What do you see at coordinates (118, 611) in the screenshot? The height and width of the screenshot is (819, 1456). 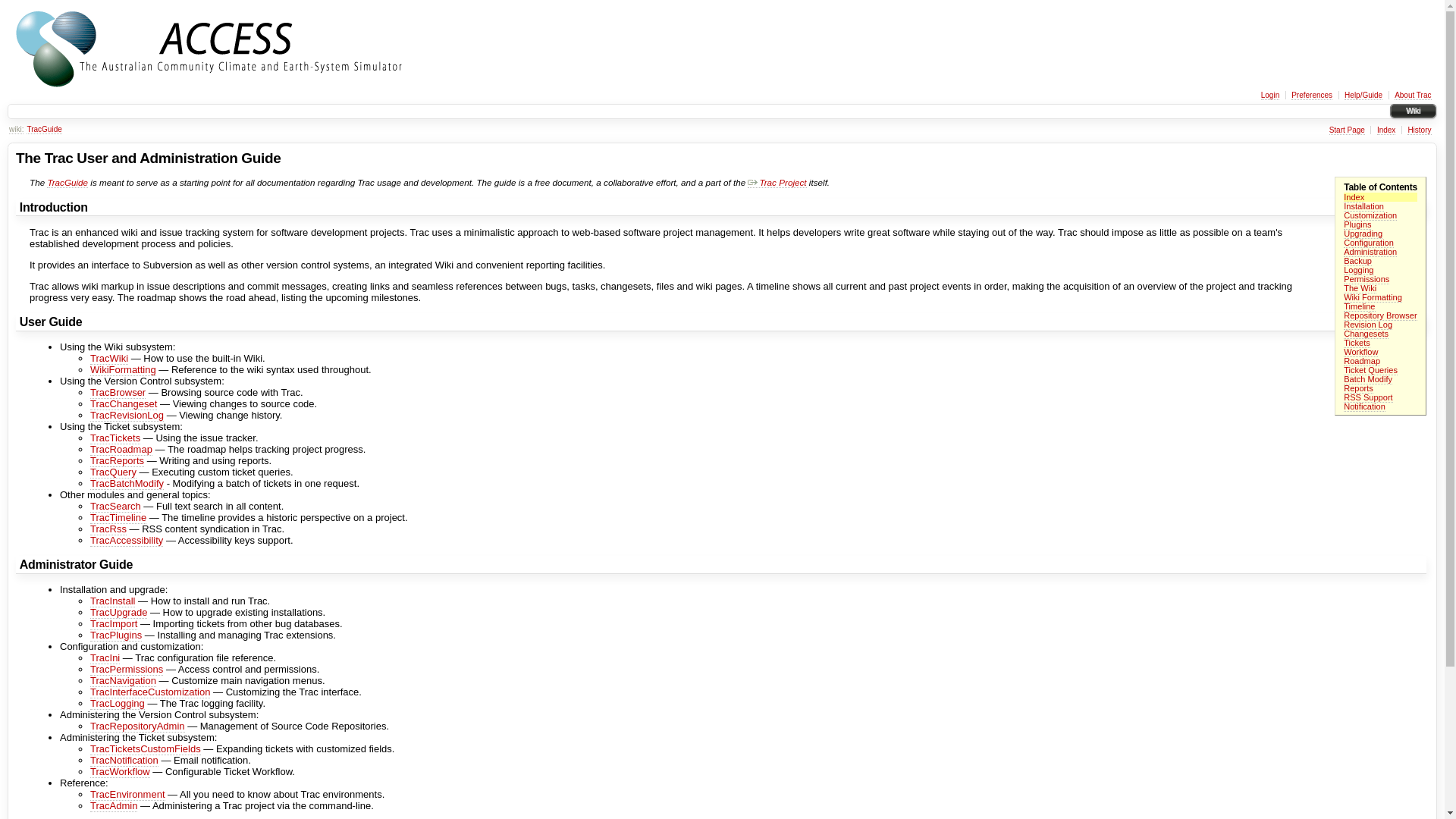 I see `'TracUpgrade'` at bounding box center [118, 611].